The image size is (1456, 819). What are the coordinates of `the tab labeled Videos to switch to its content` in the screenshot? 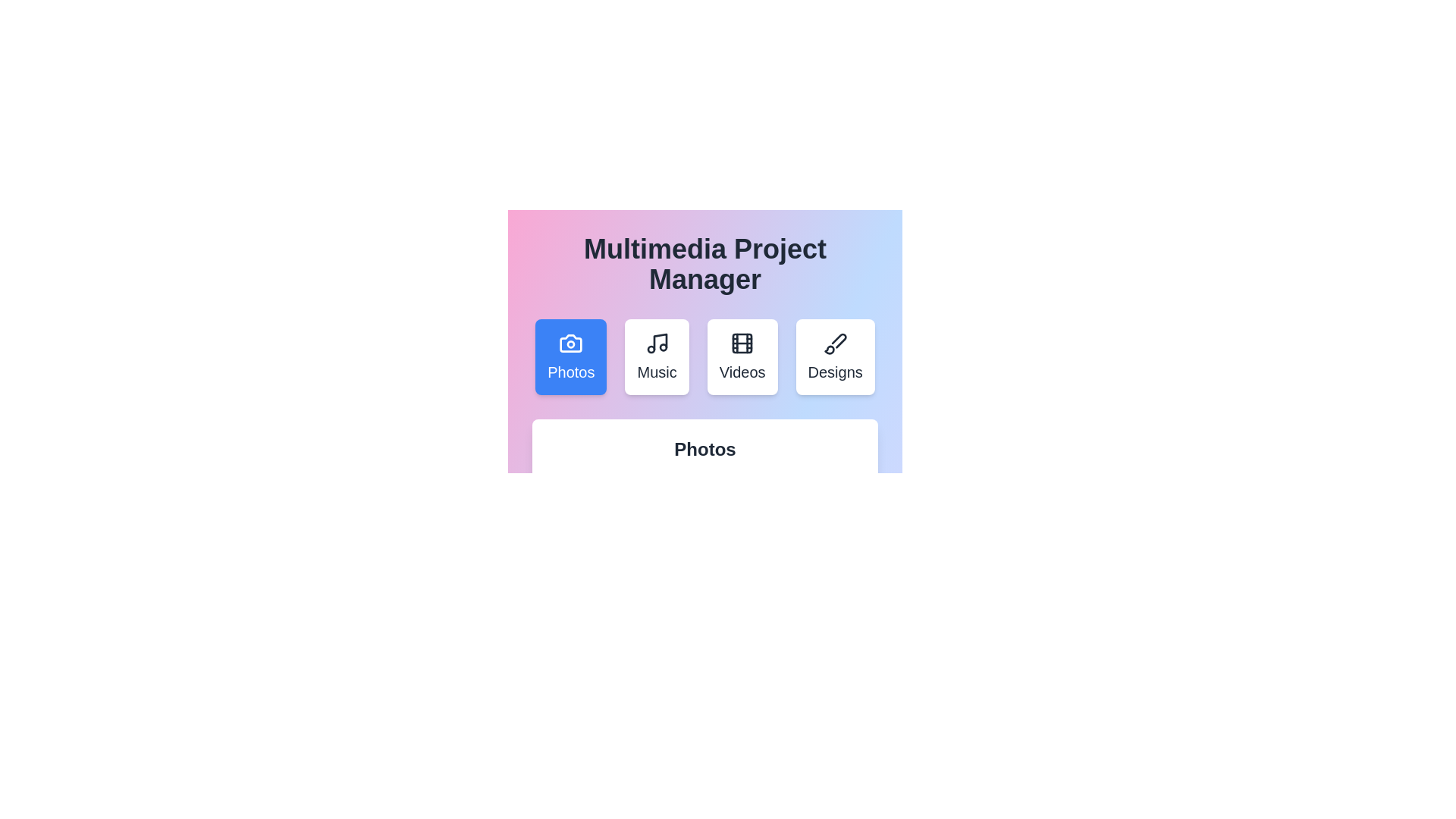 It's located at (742, 356).